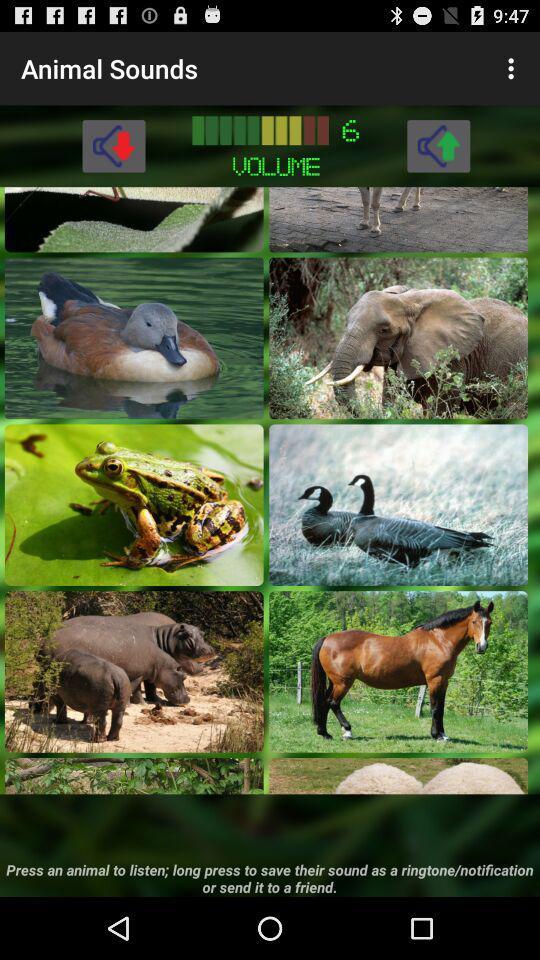 The image size is (540, 960). What do you see at coordinates (398, 503) in the screenshot?
I see `animal` at bounding box center [398, 503].